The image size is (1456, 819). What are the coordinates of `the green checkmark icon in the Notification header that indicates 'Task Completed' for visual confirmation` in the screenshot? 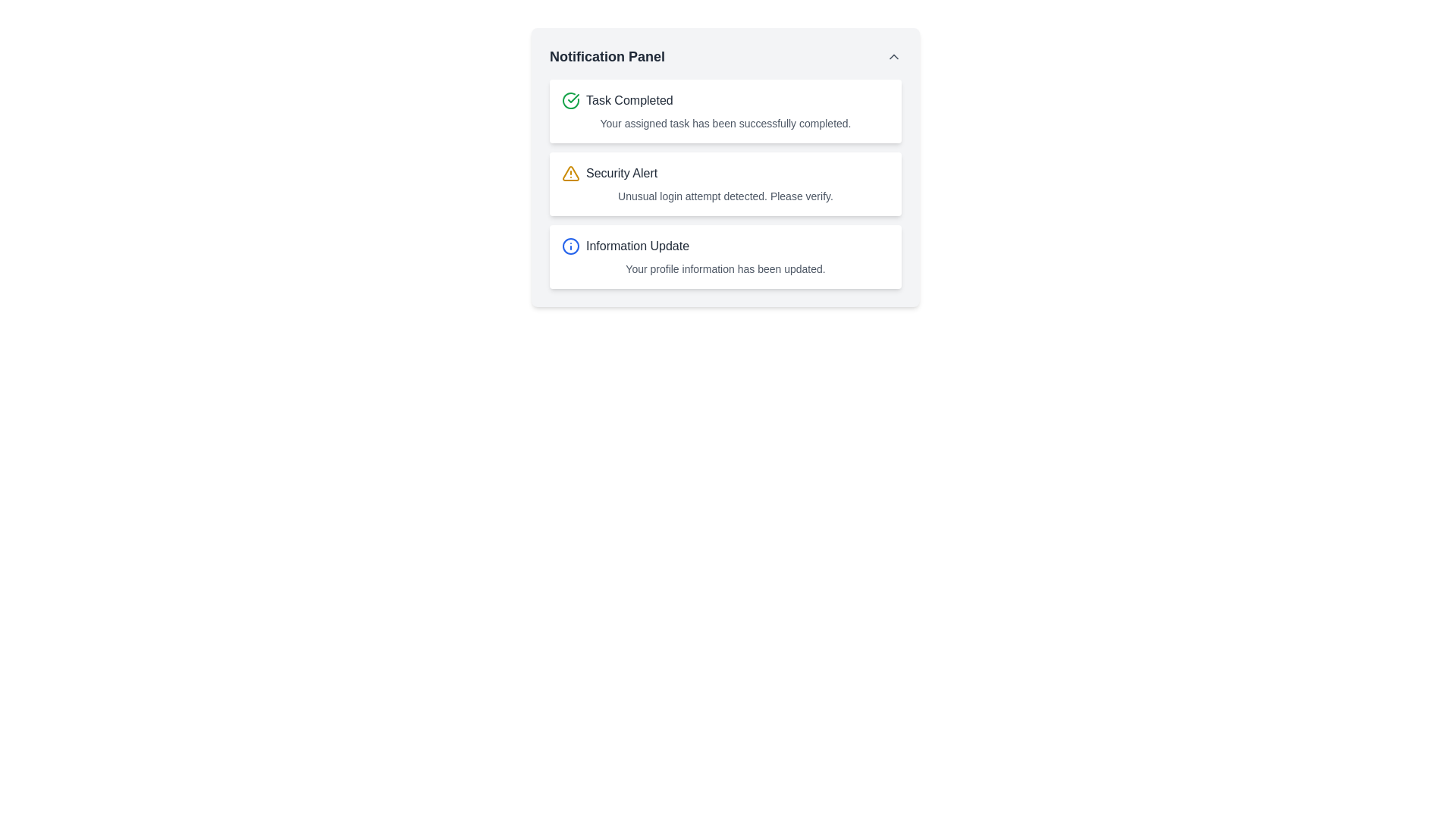 It's located at (724, 100).